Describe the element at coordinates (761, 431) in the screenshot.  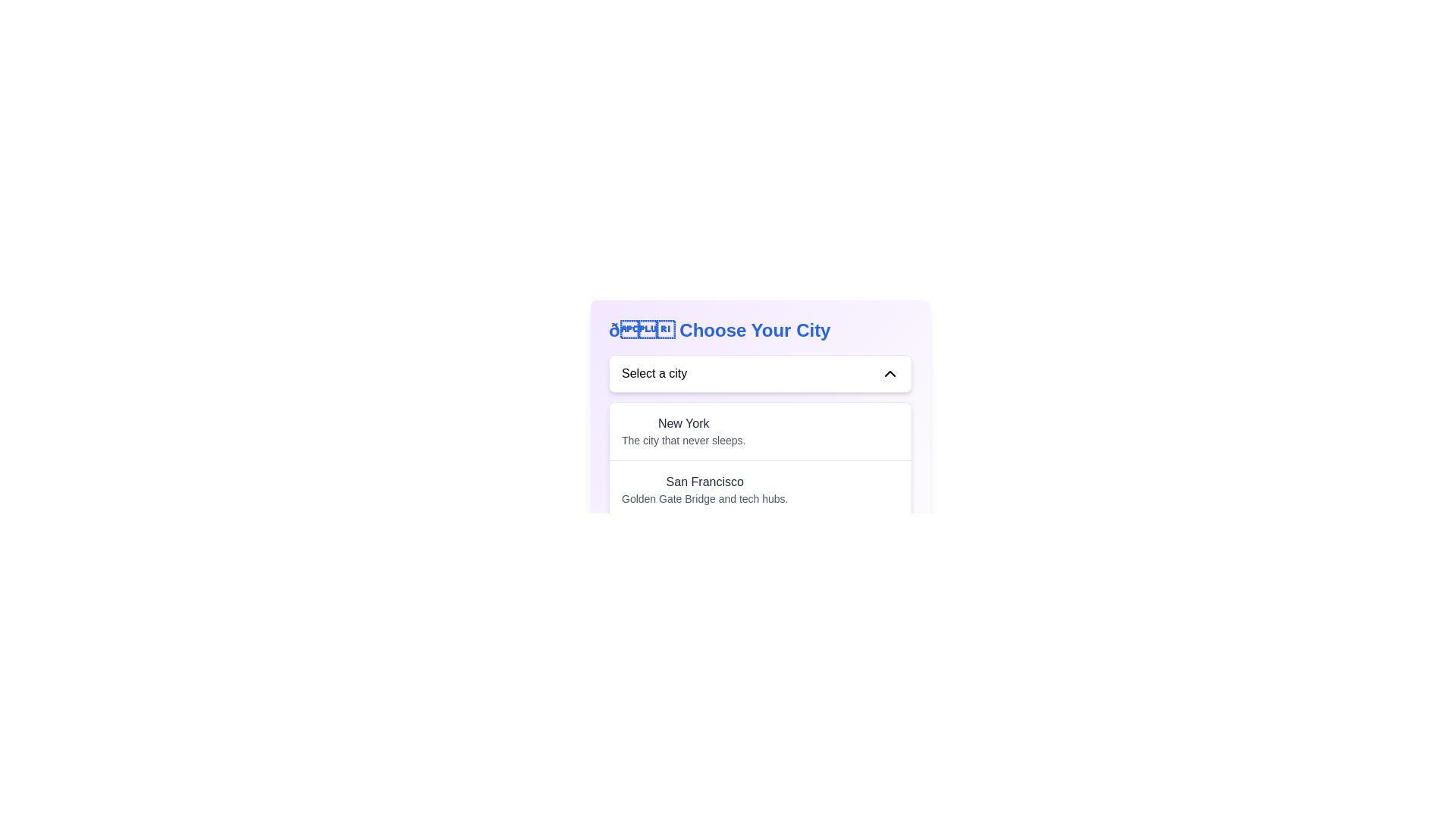
I see `the list item displaying 'New York' with the subtitle 'The city that never sleeps'` at that location.